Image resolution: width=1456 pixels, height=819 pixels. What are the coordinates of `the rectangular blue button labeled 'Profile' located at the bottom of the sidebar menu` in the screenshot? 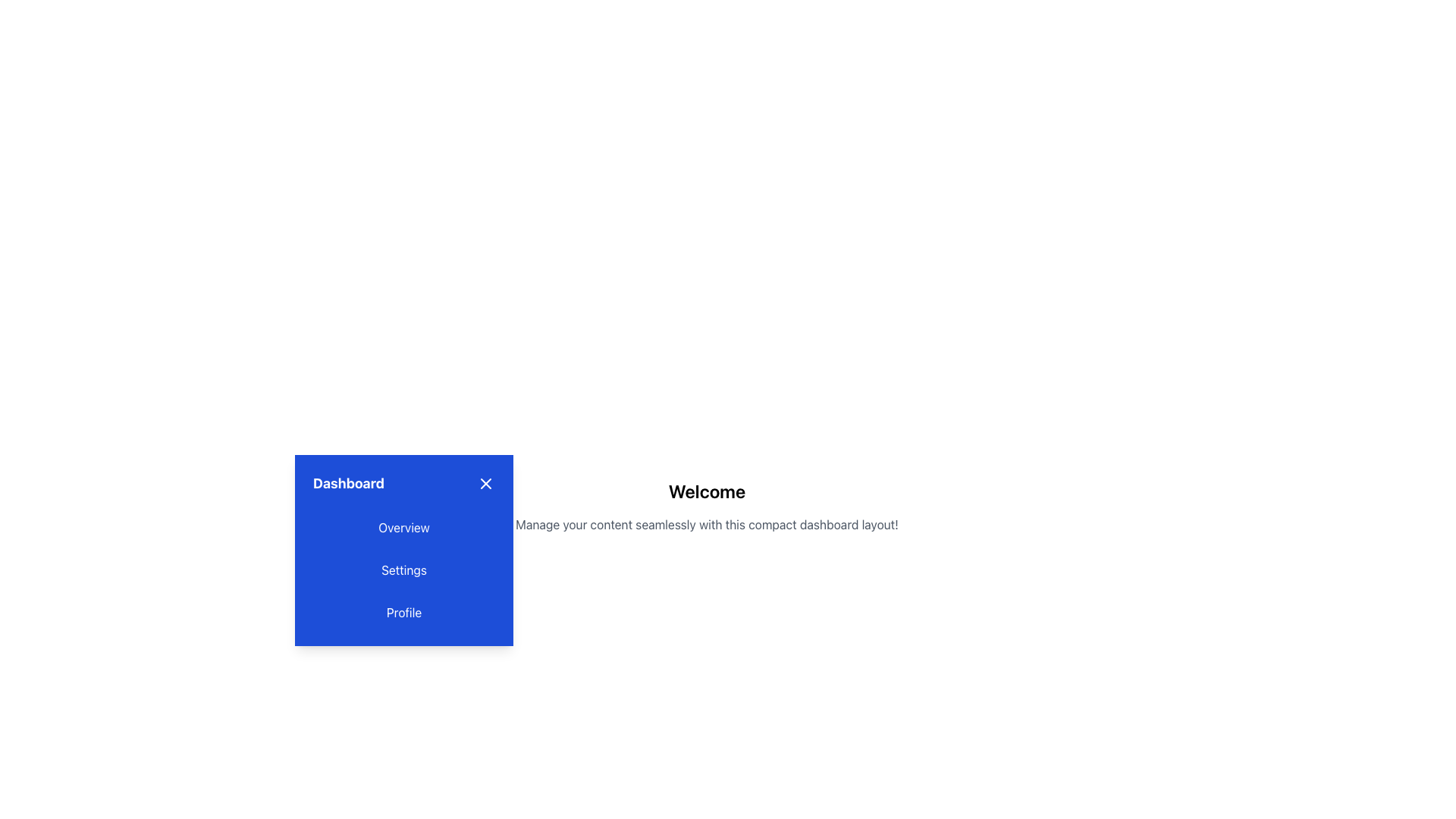 It's located at (403, 611).